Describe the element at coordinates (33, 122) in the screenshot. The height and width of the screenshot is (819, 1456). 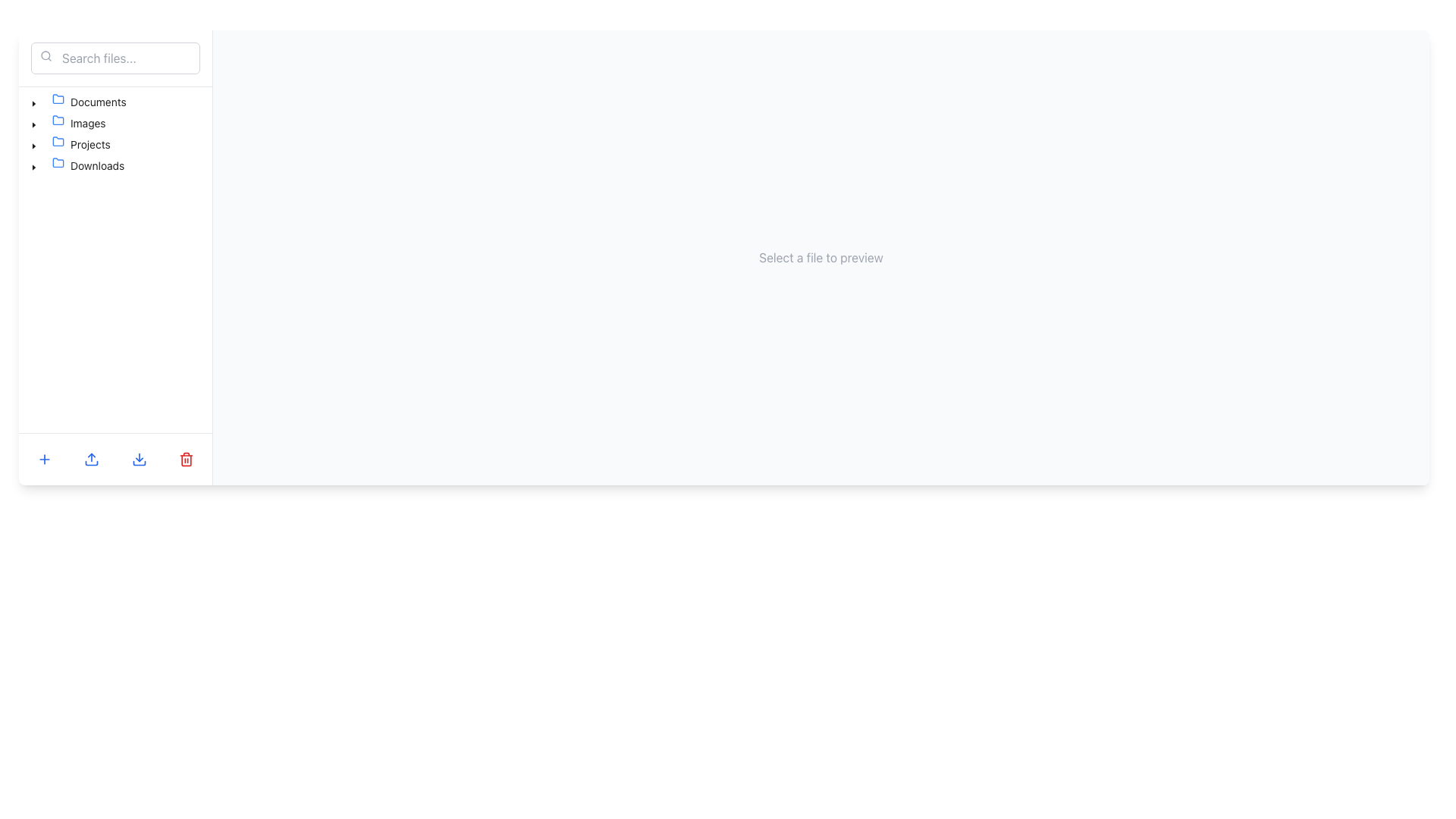
I see `the toggle control (expansion arrow) icon adjacent to the 'Images' text` at that location.